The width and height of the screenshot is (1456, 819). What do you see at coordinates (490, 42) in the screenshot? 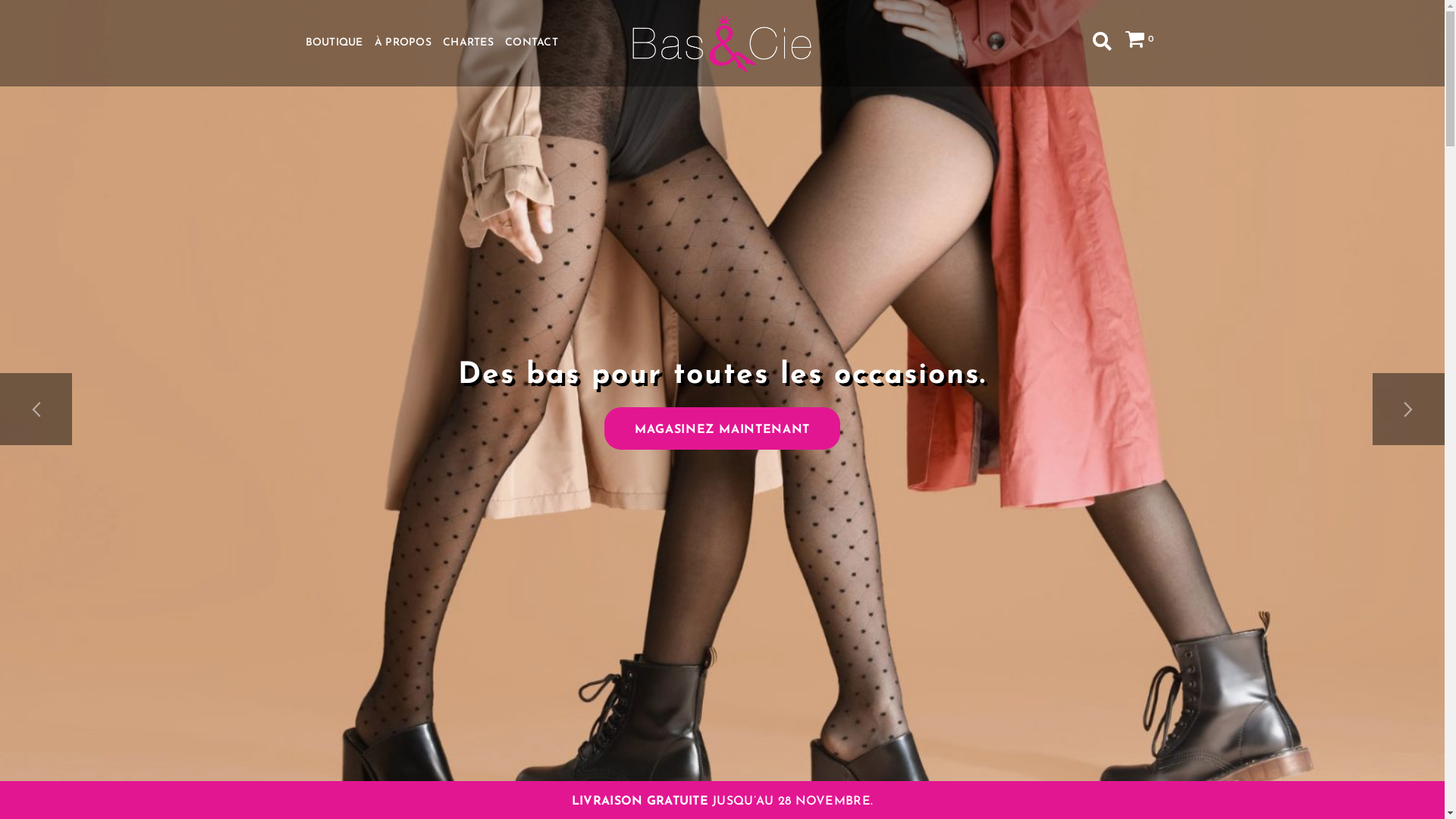
I see `'CONTACT'` at bounding box center [490, 42].